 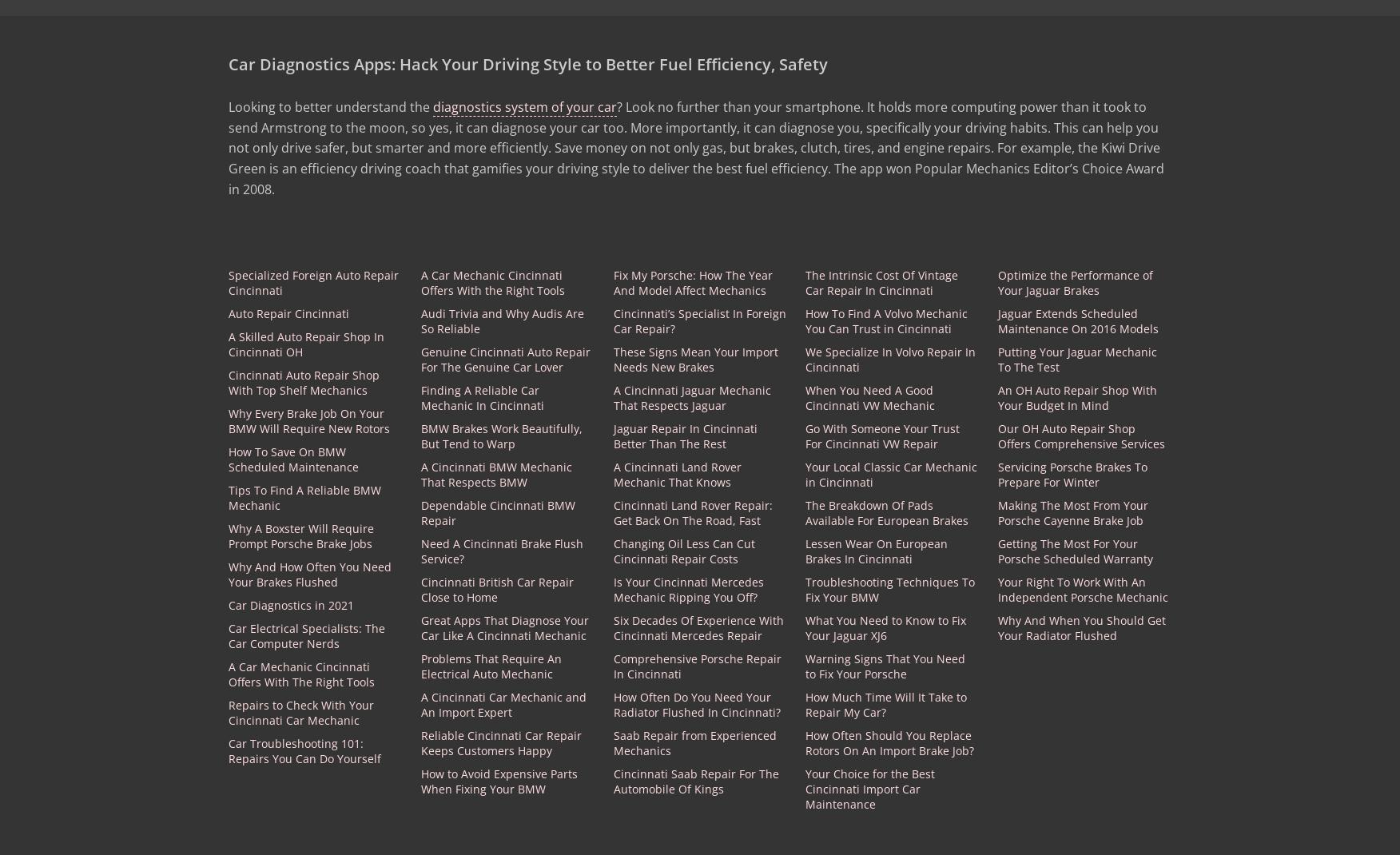 I want to click on '? Look no further than your smartphone. It holds more computing power than it took to send Armstrong to the moon, so yes, it can diagnose your car too. More importantly, it can diagnose you, specifically your driving habits. This can help you not only drive safer, but smarter and more efficiently. Save money on not only gas, but brakes, clutch, tires, and engine repairs. For example, the Kiwi Drive Green is an efficiency driving coach that gamifies your driving style to deliver the best fuel efficiency. The app won Popular Mechanics Editor’s Choice Award in 2008.', so click(x=695, y=147).